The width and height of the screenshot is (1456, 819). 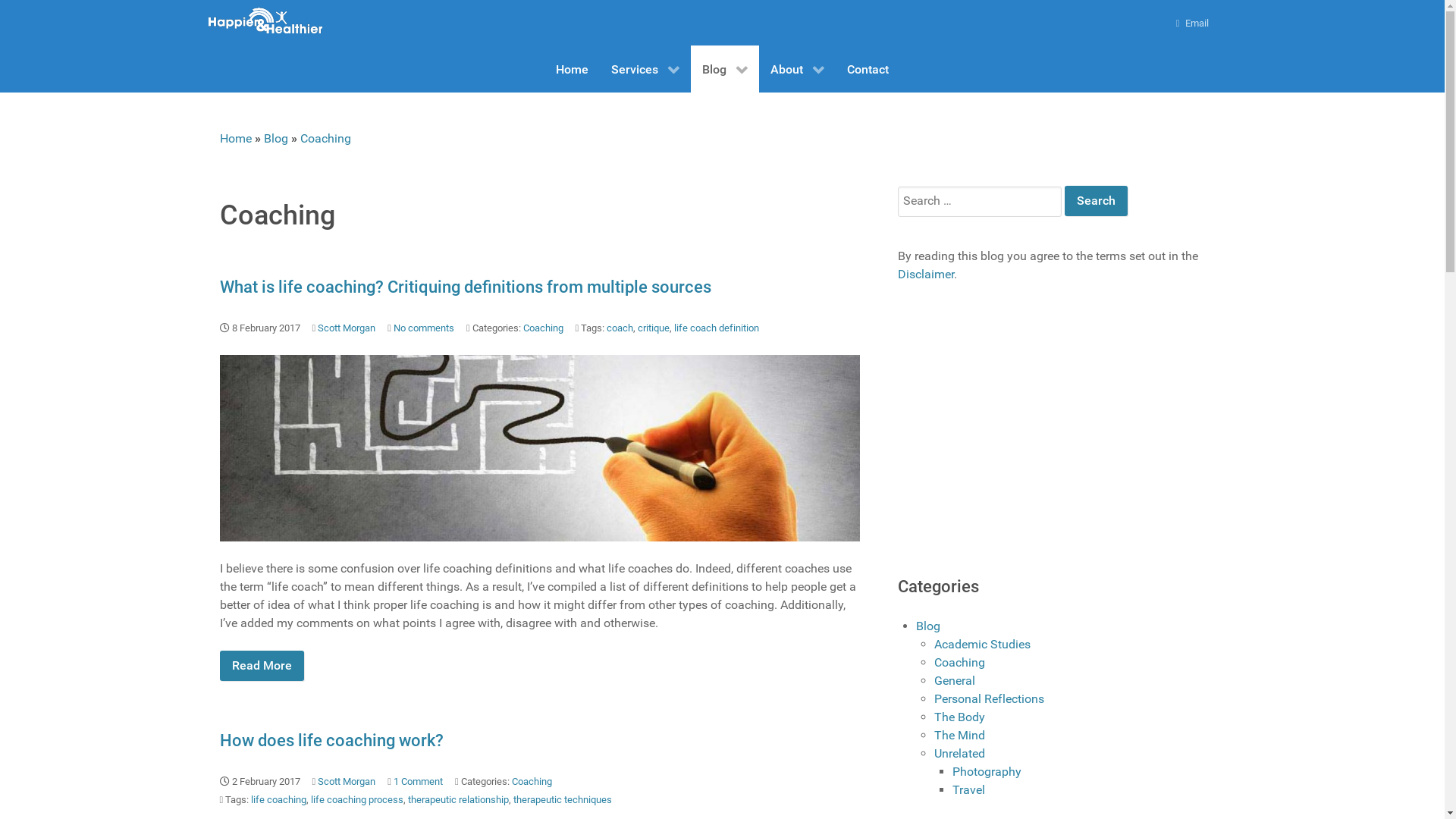 What do you see at coordinates (262, 665) in the screenshot?
I see `'Read More'` at bounding box center [262, 665].